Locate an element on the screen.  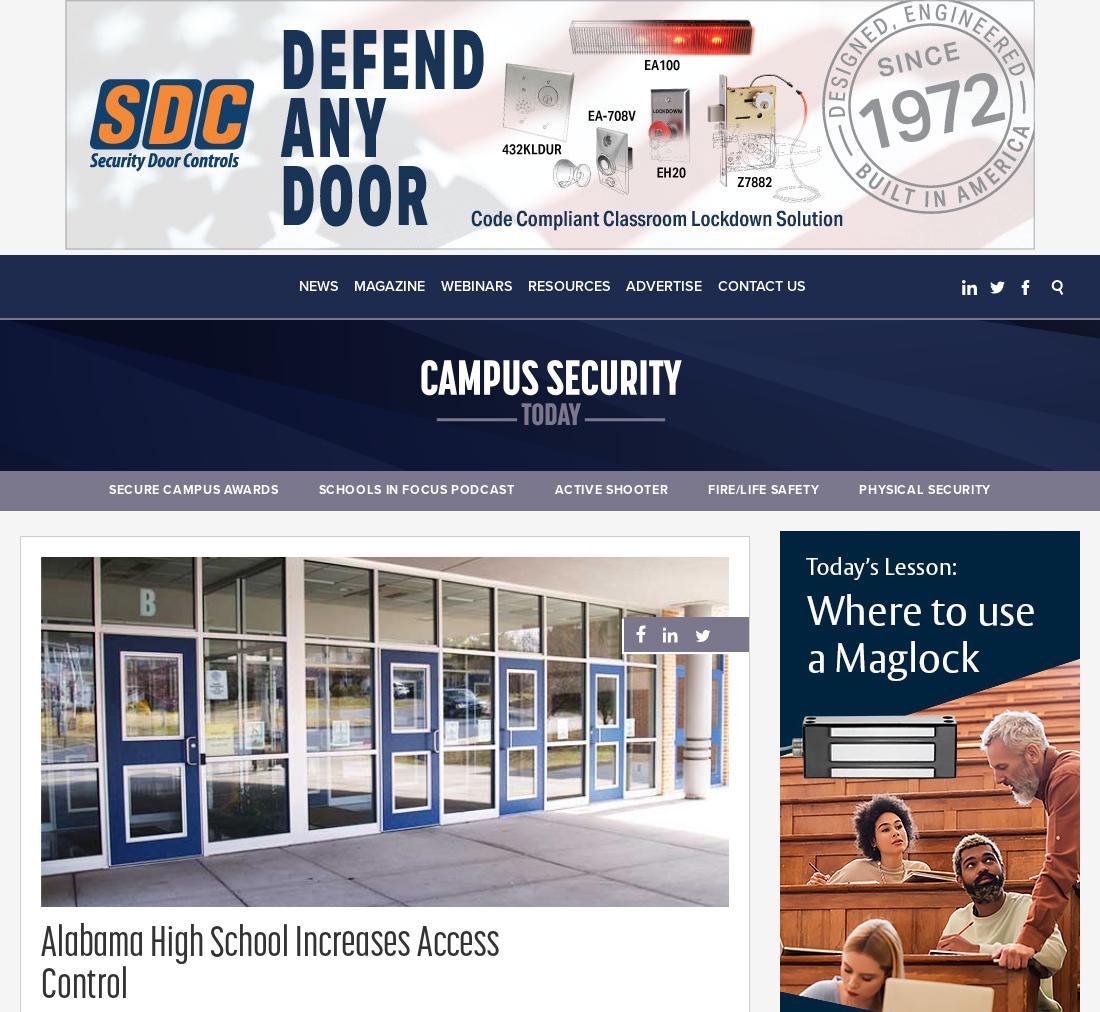
'Resources' is located at coordinates (568, 285).